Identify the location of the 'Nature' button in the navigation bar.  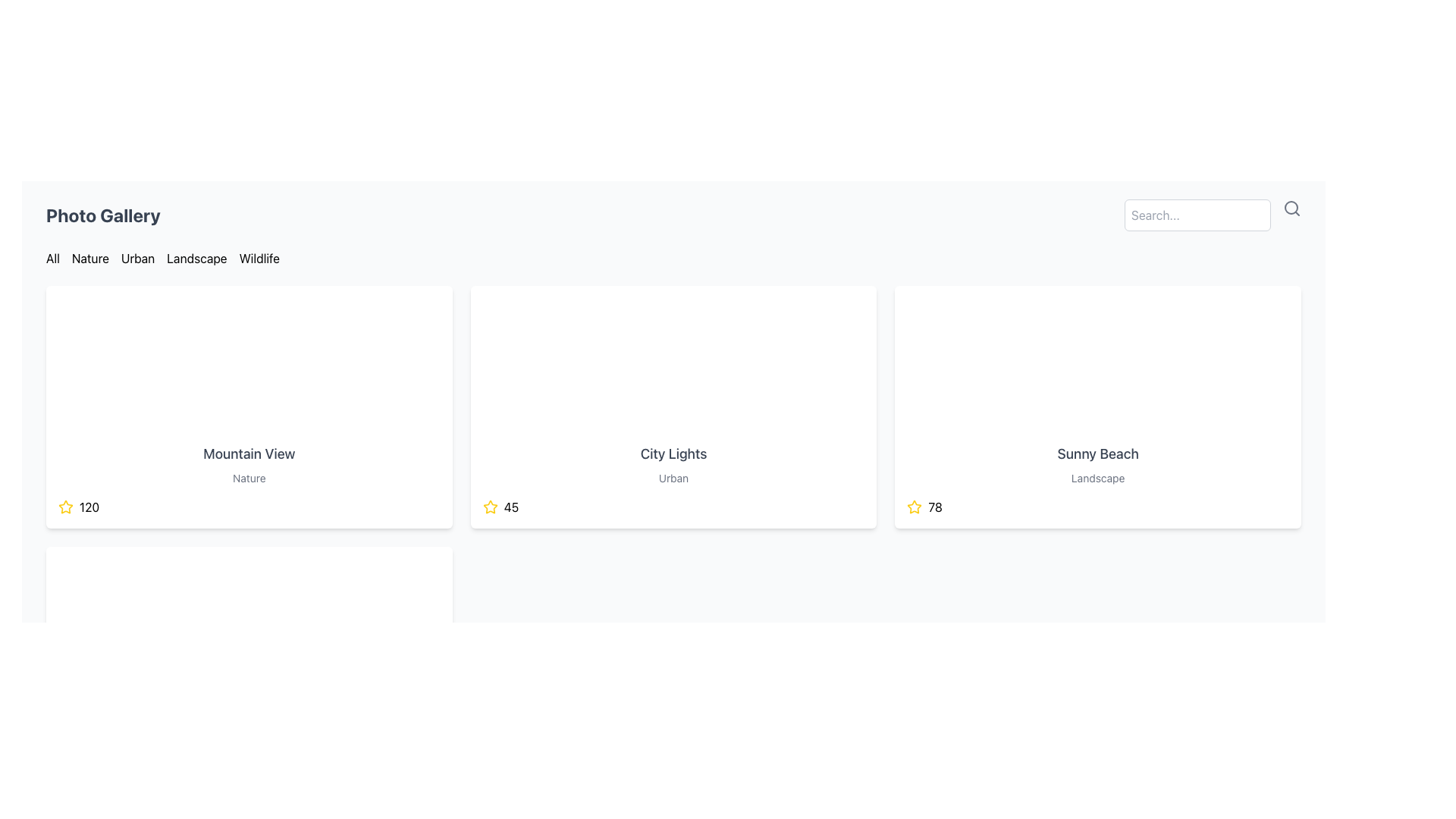
(89, 257).